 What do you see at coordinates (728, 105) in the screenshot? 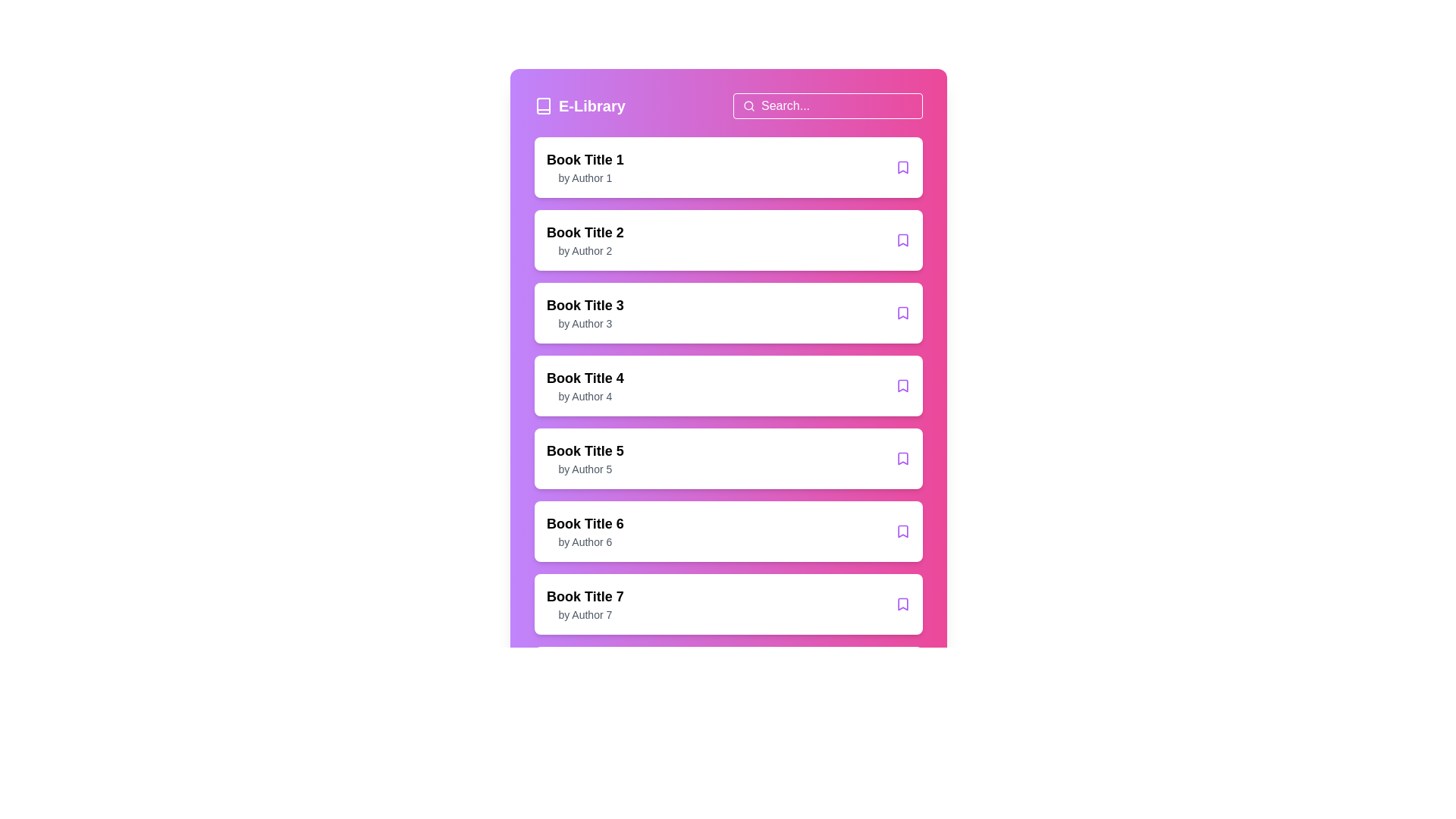
I see `the 'E-Library' header text with the accompanying book icon, which is prominently placed in the upper section of the interface with a colorful gradient background` at bounding box center [728, 105].